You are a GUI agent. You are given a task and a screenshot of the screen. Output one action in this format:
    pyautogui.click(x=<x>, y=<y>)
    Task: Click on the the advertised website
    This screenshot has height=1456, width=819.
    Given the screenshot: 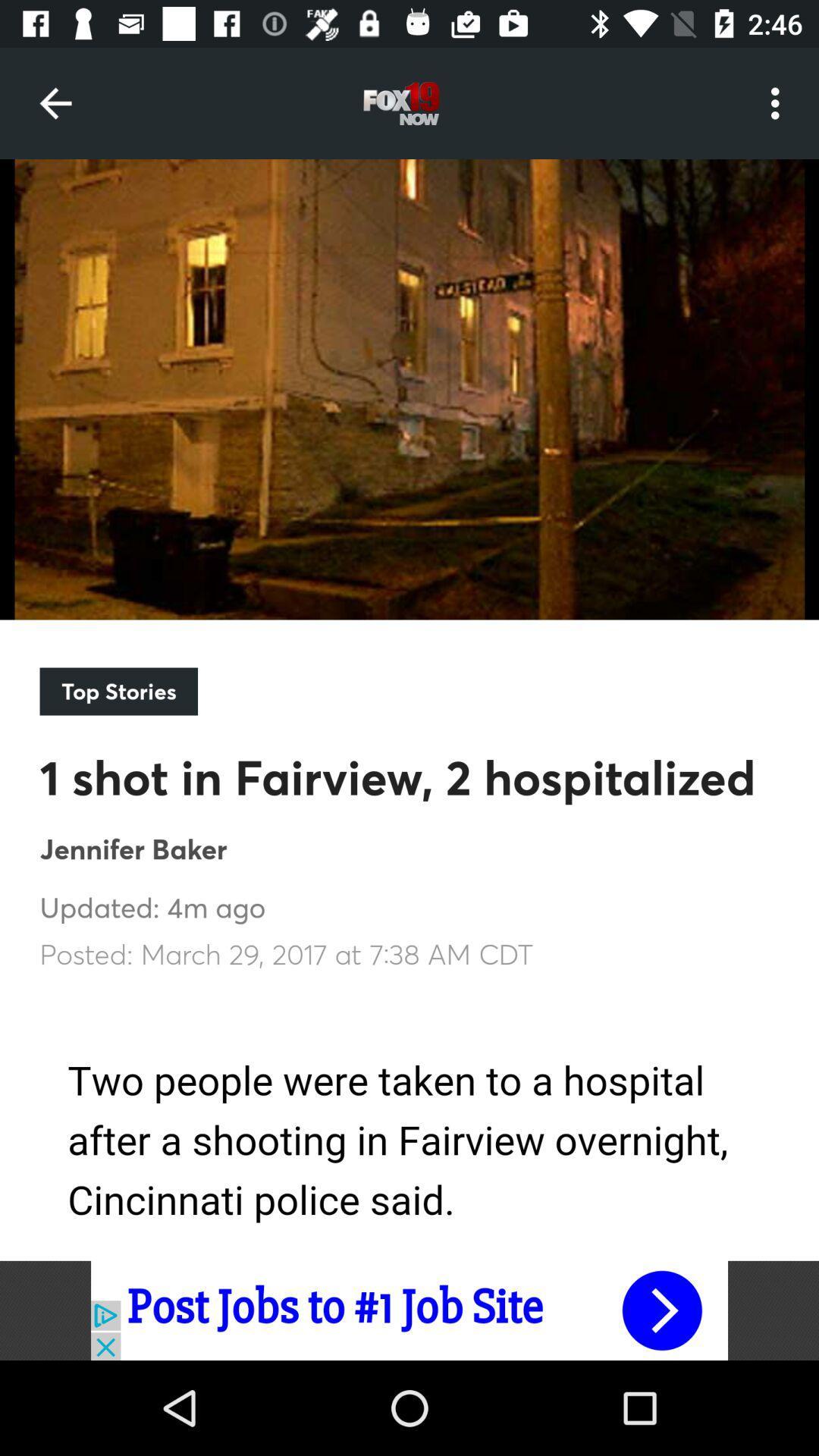 What is the action you would take?
    pyautogui.click(x=409, y=1310)
    